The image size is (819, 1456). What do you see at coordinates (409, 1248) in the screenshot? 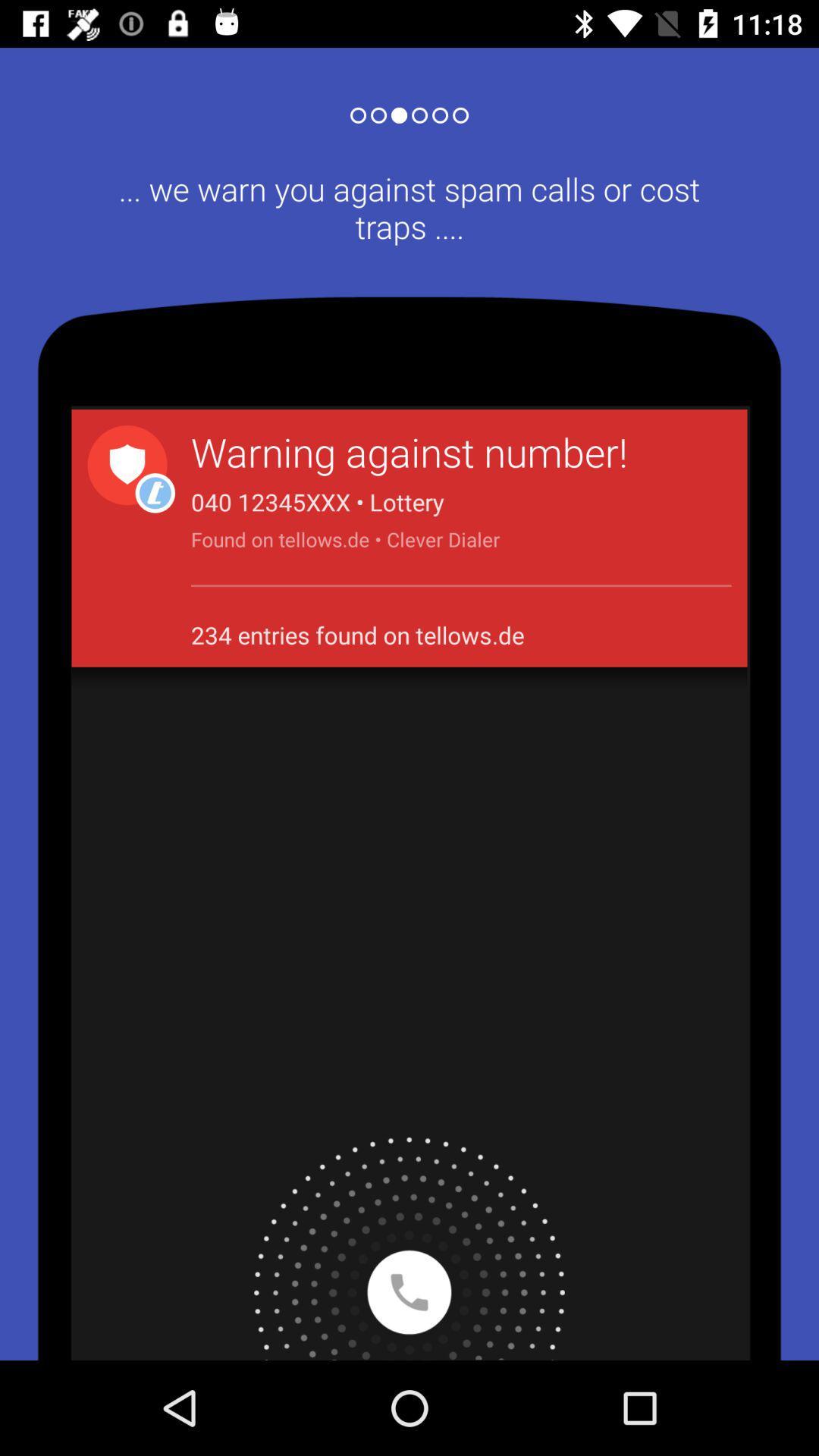
I see `the phone icon` at bounding box center [409, 1248].